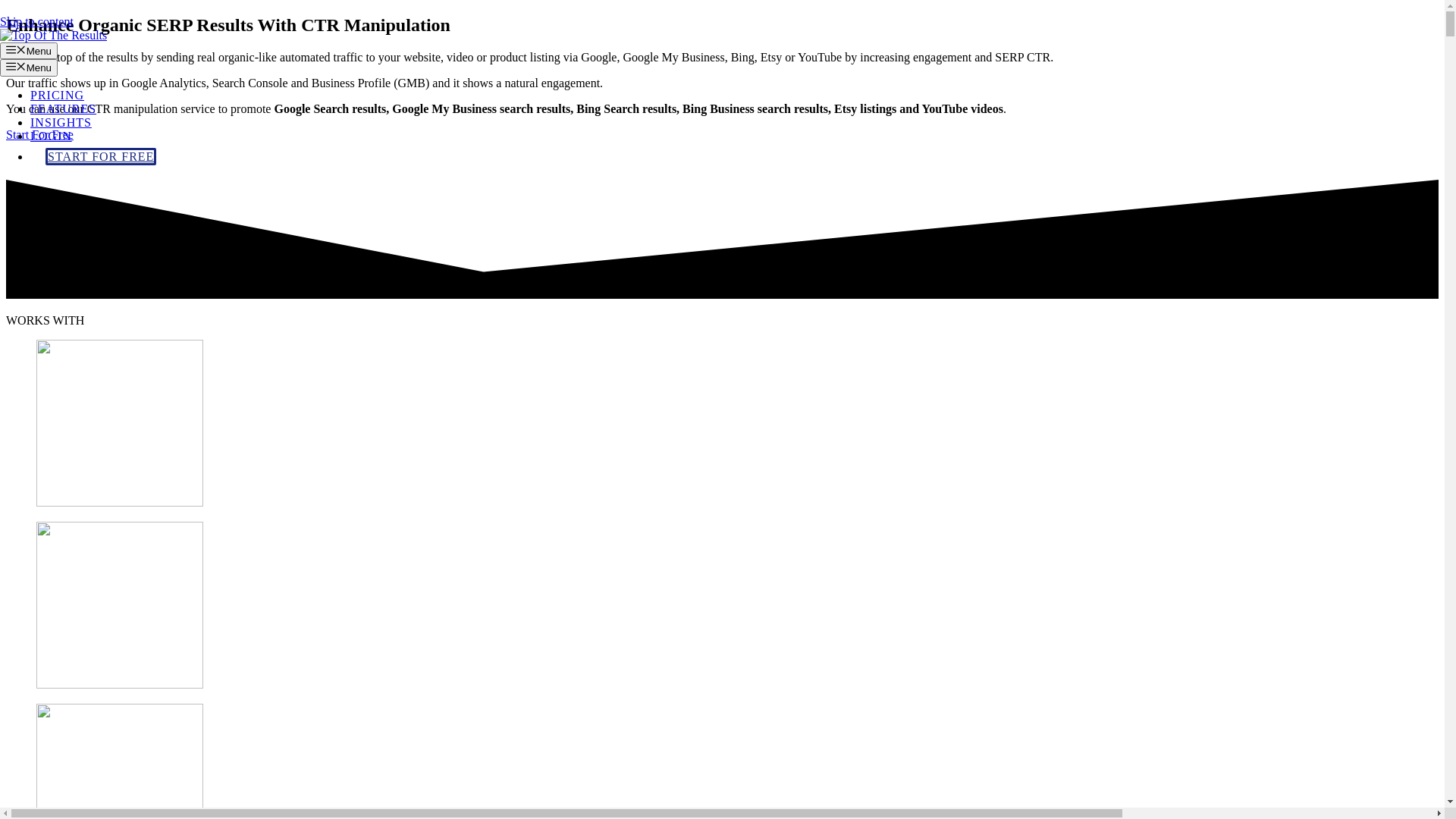 This screenshot has height=819, width=1456. I want to click on 'Menu', so click(29, 66).